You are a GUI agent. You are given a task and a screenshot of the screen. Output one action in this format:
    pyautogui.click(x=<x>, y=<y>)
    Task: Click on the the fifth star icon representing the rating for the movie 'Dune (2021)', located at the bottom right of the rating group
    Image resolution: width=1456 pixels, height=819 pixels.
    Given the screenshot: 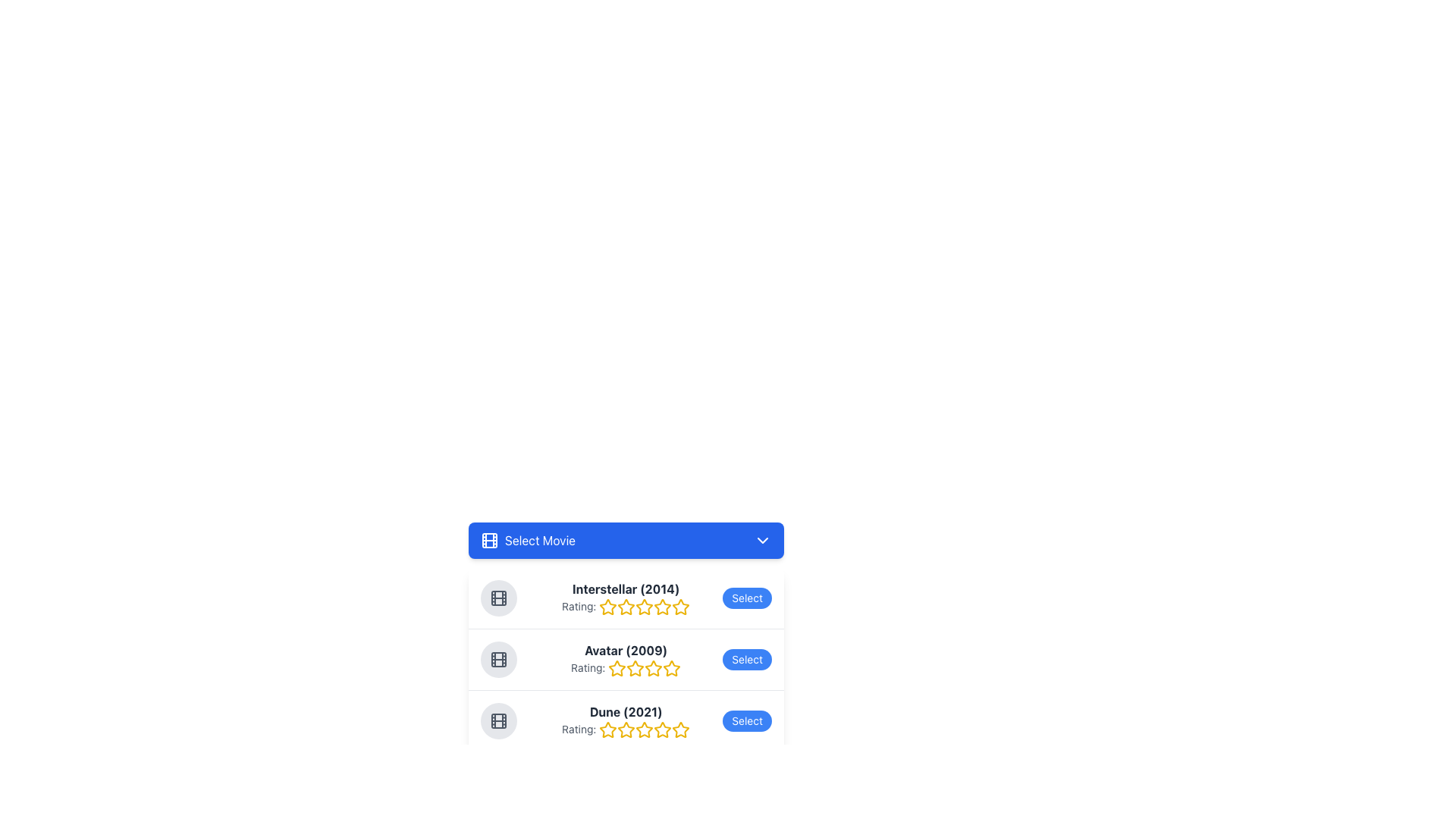 What is the action you would take?
    pyautogui.click(x=680, y=730)
    